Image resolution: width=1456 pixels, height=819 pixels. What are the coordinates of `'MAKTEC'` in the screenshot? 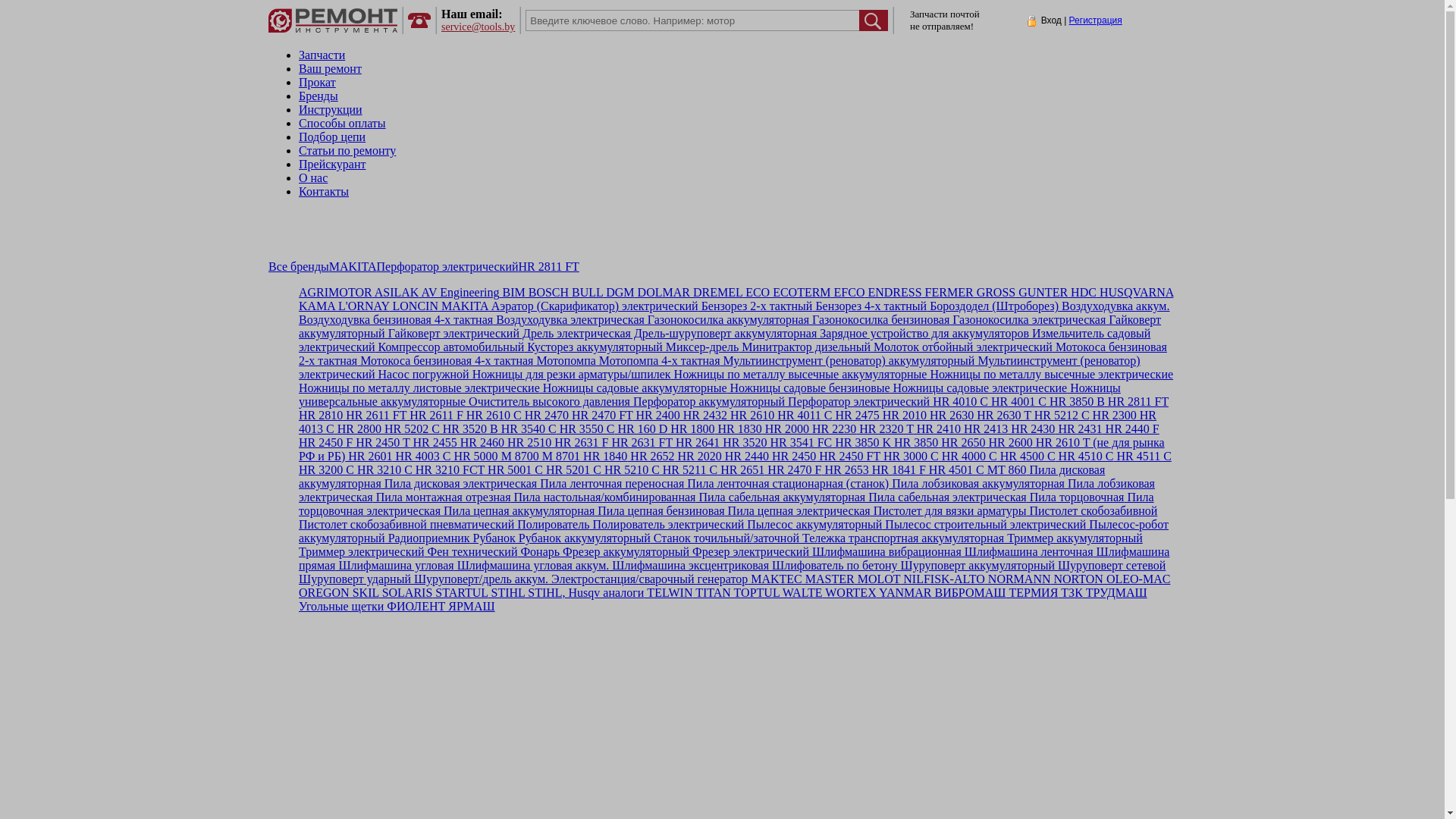 It's located at (747, 579).